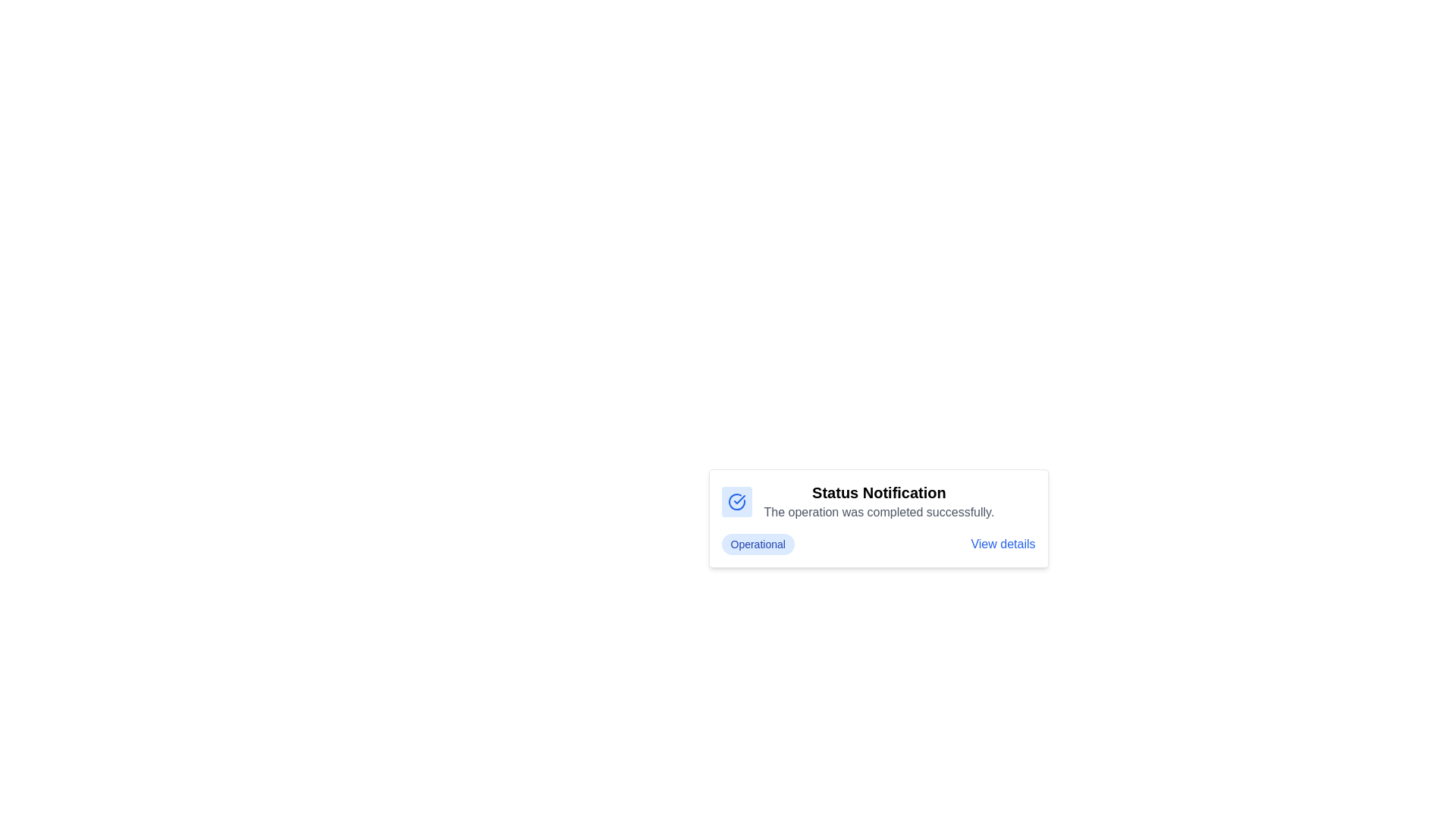 This screenshot has height=819, width=1456. What do you see at coordinates (879, 512) in the screenshot?
I see `the confirmation message text that indicates successful completion of an operation, located beneath the 'Status Notification' heading` at bounding box center [879, 512].